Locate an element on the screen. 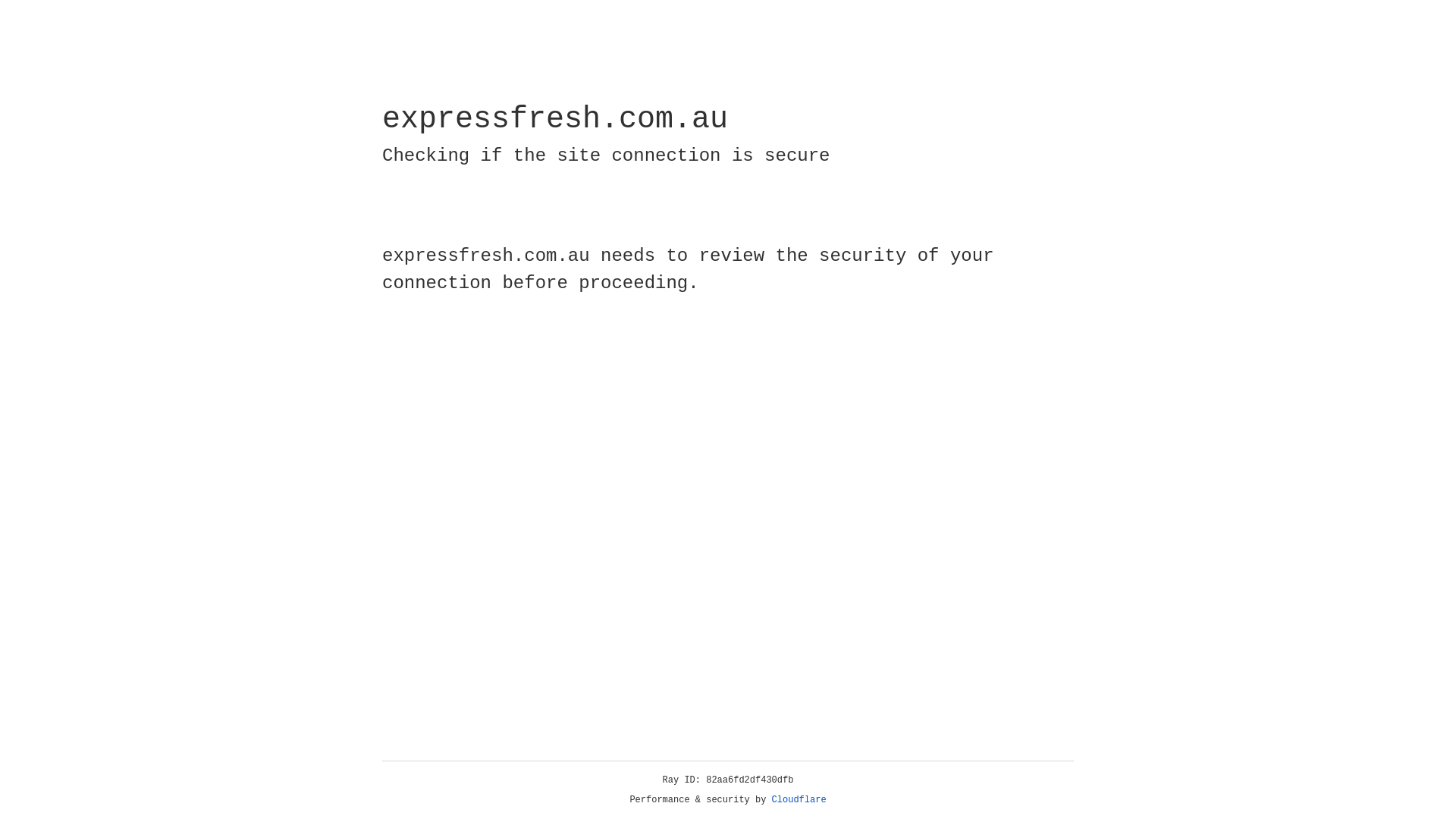  'Cloudflare' is located at coordinates (799, 799).